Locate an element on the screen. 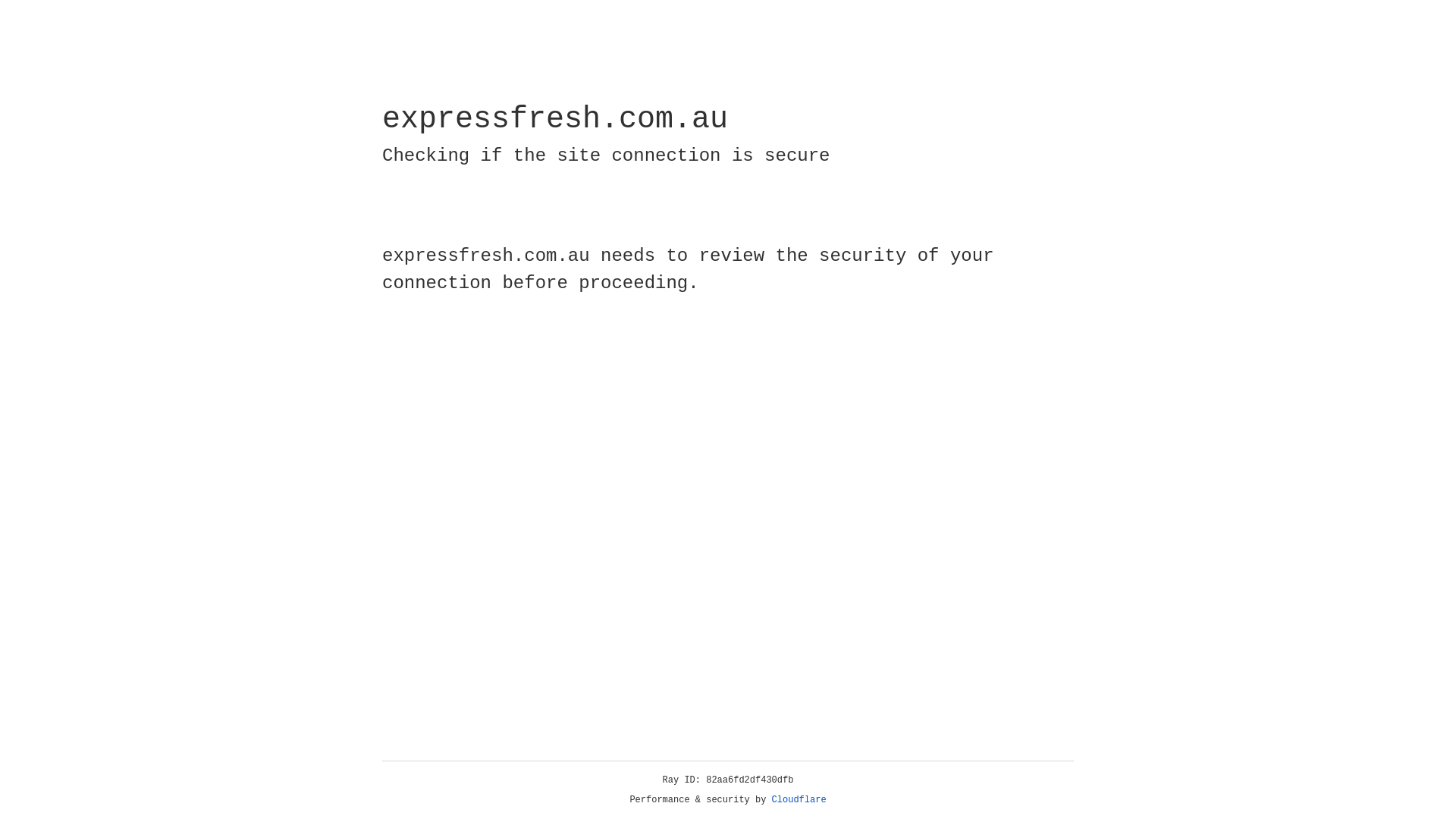  'Cloudflare' is located at coordinates (799, 799).